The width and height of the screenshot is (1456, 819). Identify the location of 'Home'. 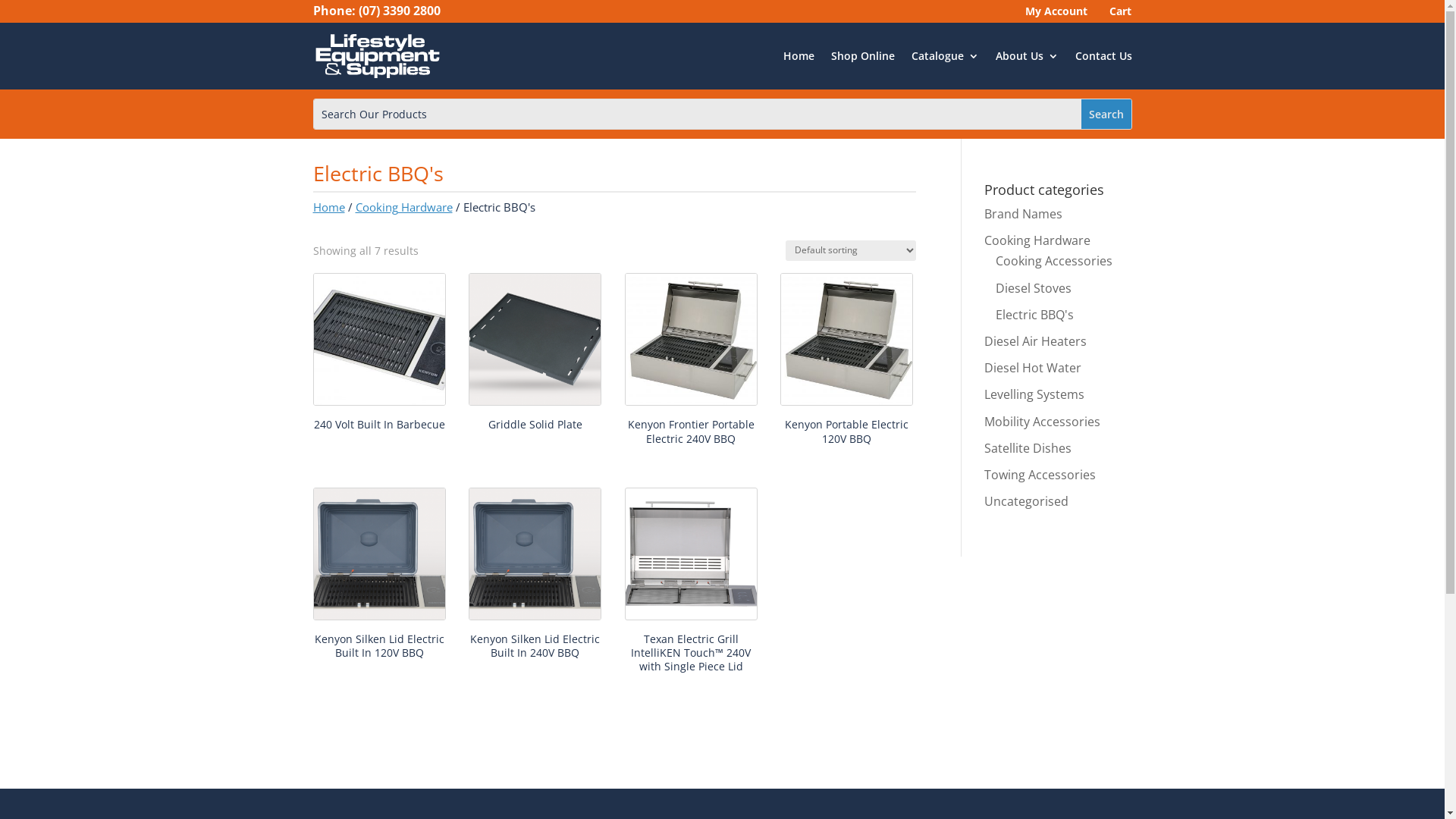
(327, 207).